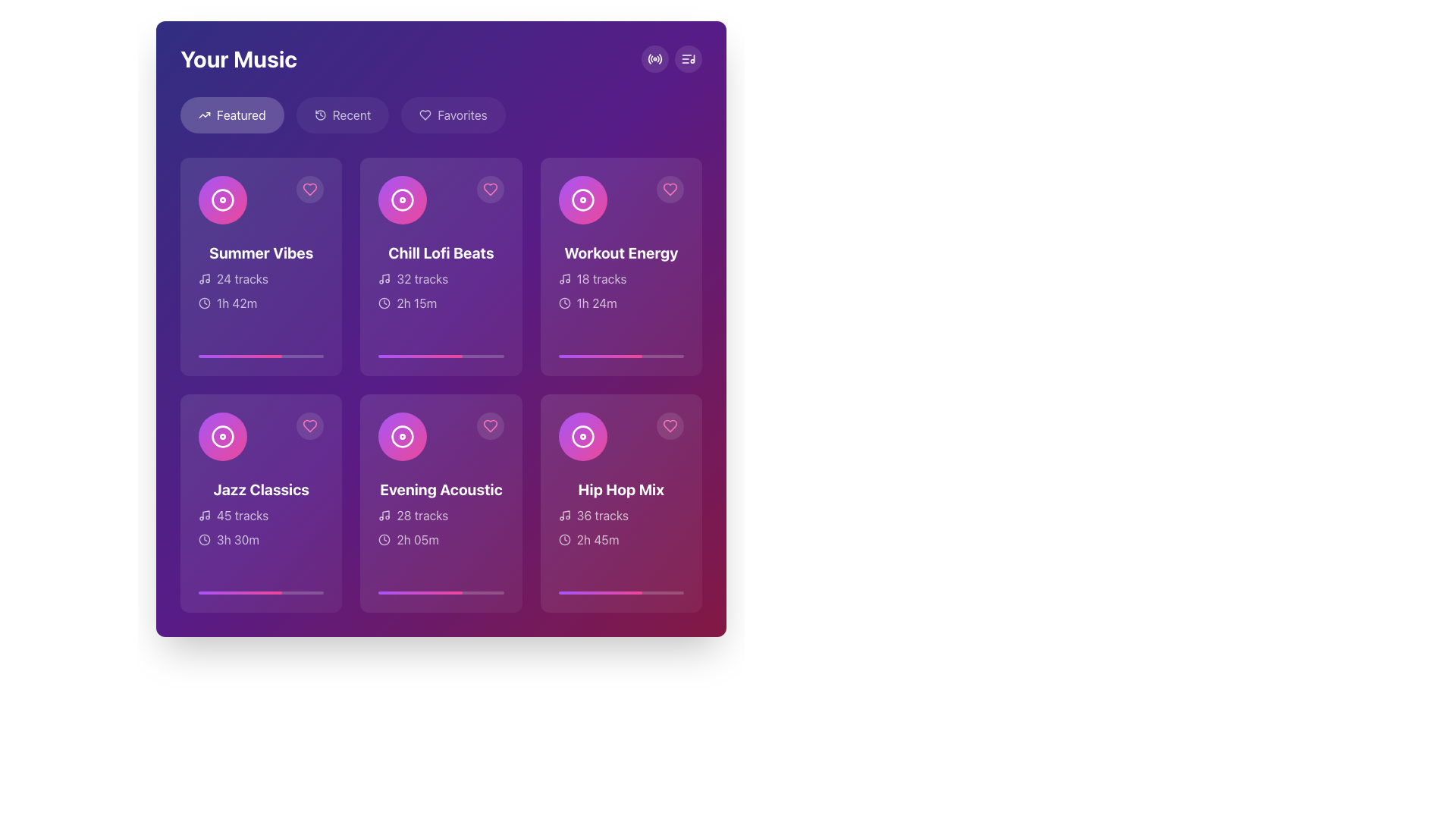  I want to click on the compact disc icon located in the 'Workout Energy' card, which is visually represented with a circular shape and a gradient background transitioning from purple to pink, so click(582, 199).